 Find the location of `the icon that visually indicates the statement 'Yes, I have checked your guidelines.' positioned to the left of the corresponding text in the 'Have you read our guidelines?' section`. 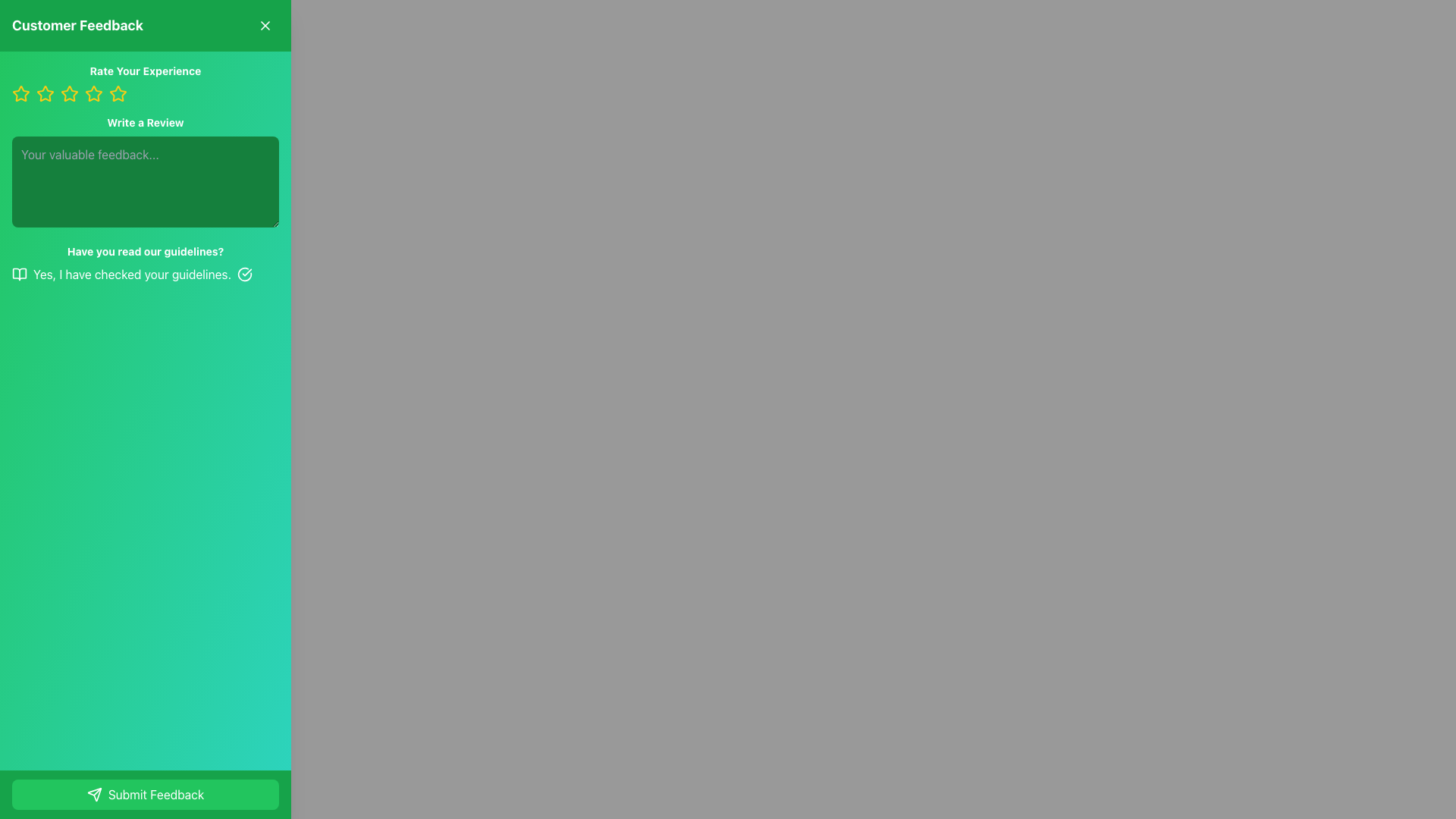

the icon that visually indicates the statement 'Yes, I have checked your guidelines.' positioned to the left of the corresponding text in the 'Have you read our guidelines?' section is located at coordinates (19, 275).